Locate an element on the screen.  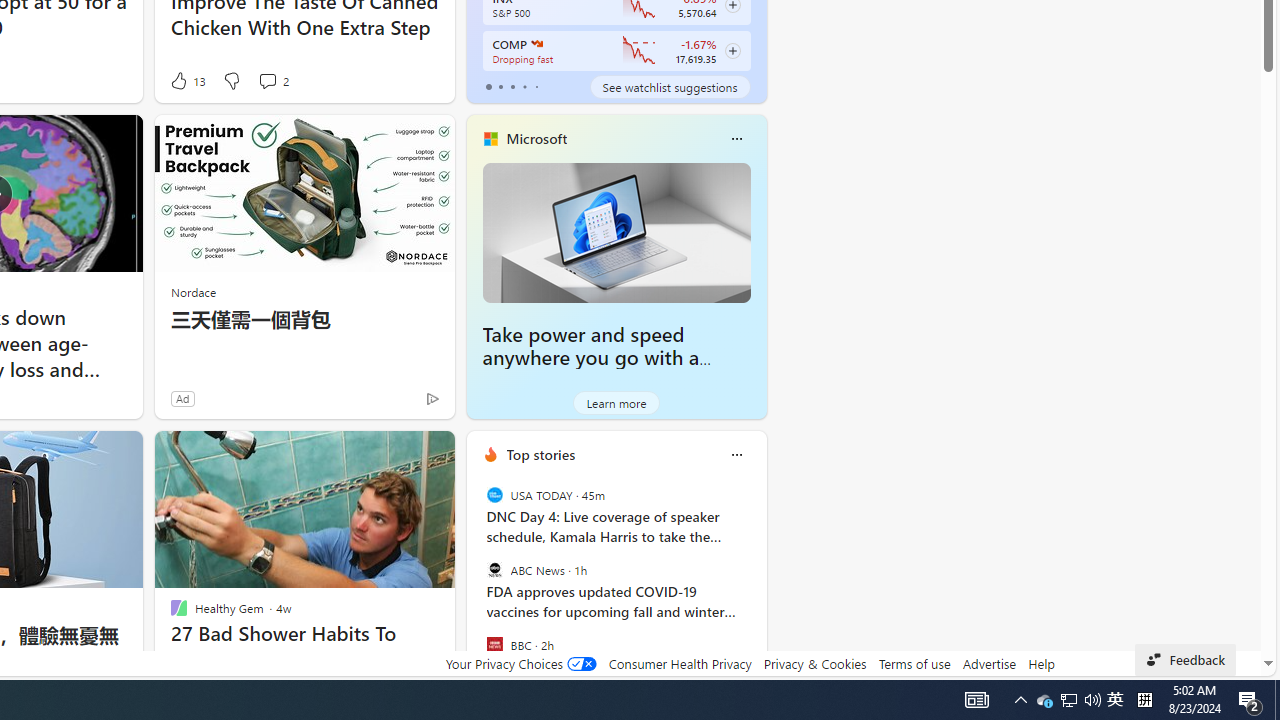
'Take power and speed anywhere you go with a Windows laptop.' is located at coordinates (615, 231).